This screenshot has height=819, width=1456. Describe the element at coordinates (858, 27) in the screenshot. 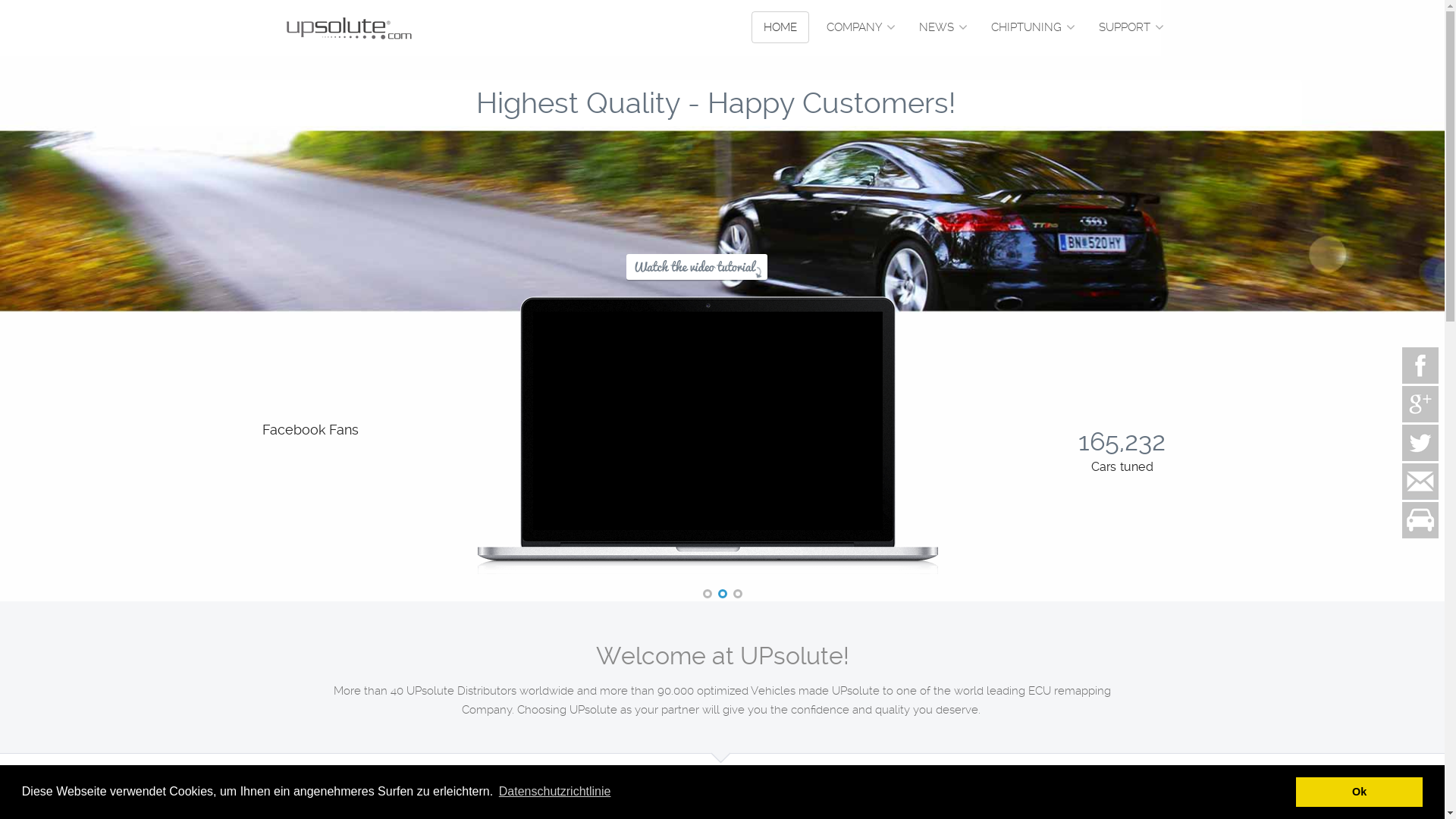

I see `'COMPANY'` at that location.